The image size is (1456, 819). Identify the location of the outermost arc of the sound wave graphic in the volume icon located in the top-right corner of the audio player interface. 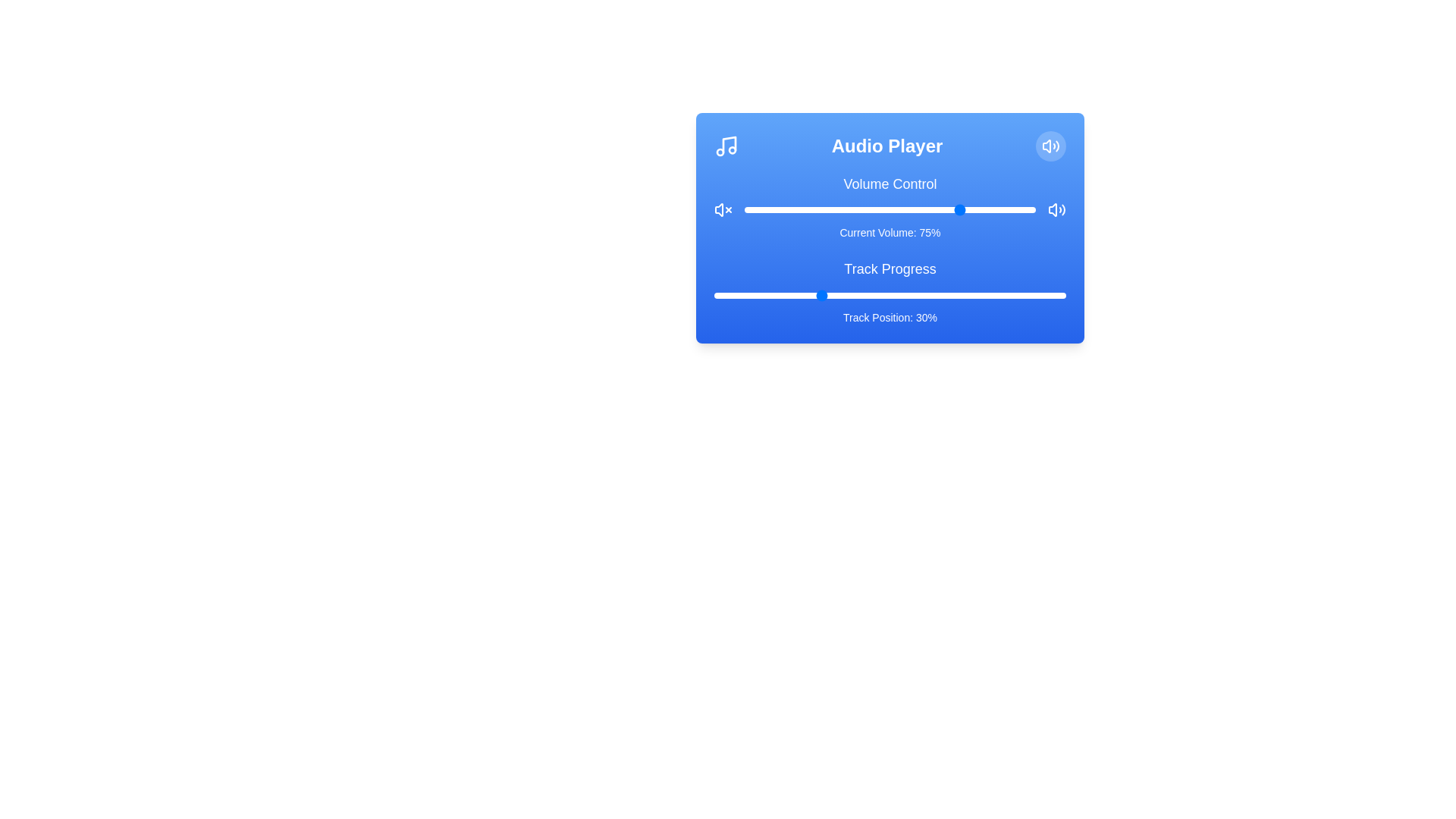
(1056, 146).